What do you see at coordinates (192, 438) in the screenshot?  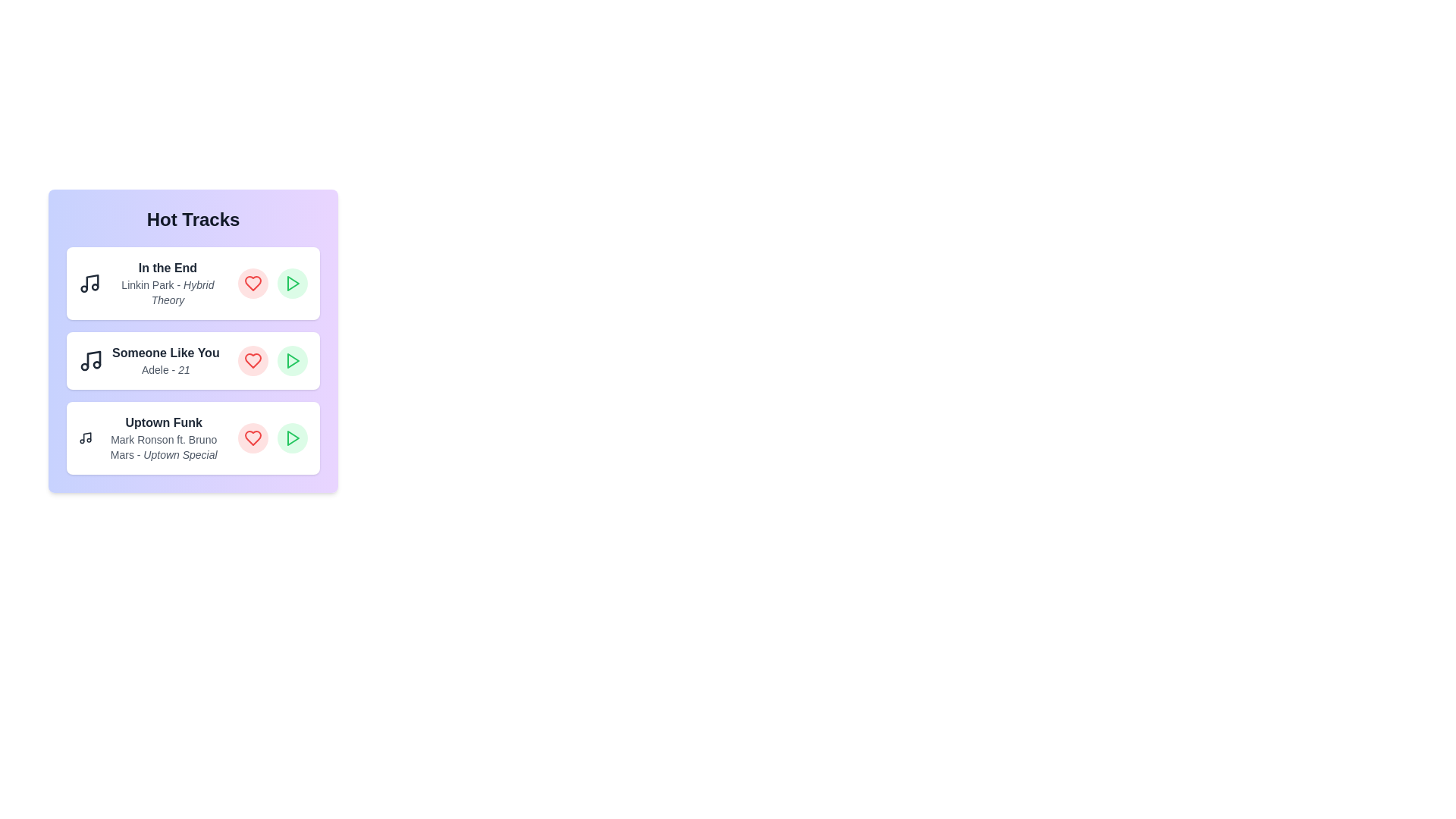 I see `the track titled 'Uptown Funk' to highlight it` at bounding box center [192, 438].